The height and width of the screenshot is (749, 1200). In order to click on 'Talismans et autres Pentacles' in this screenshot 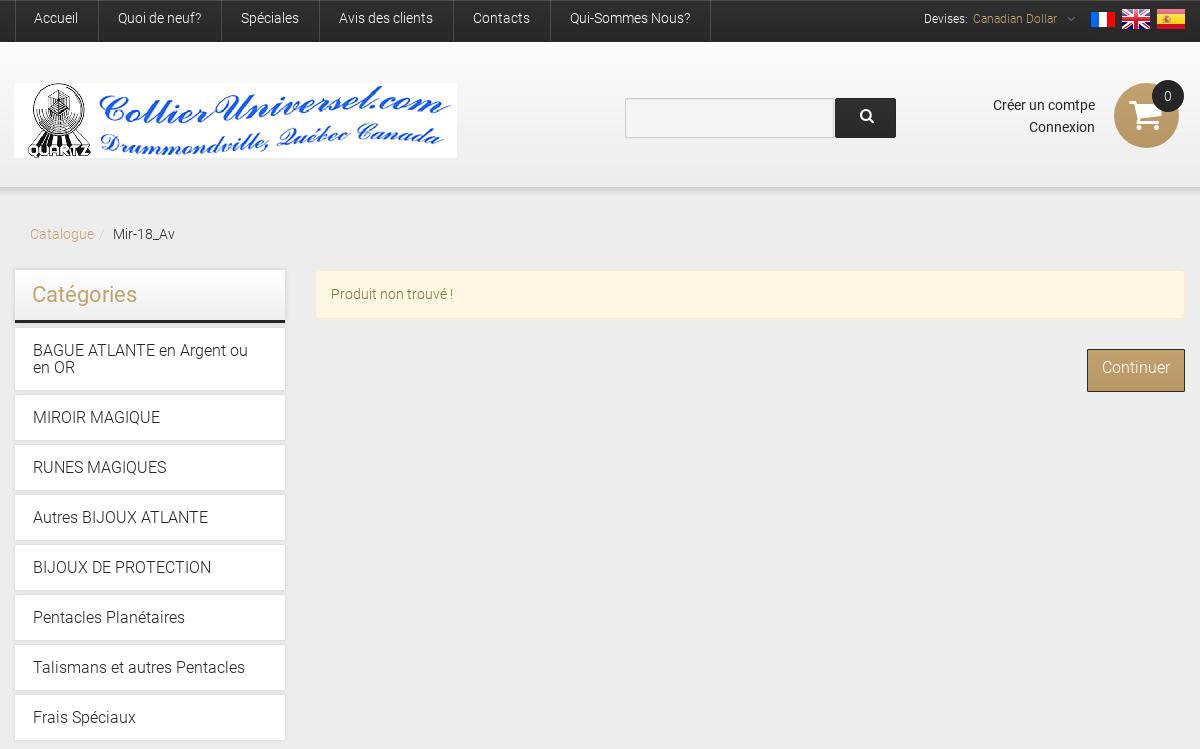, I will do `click(33, 667)`.